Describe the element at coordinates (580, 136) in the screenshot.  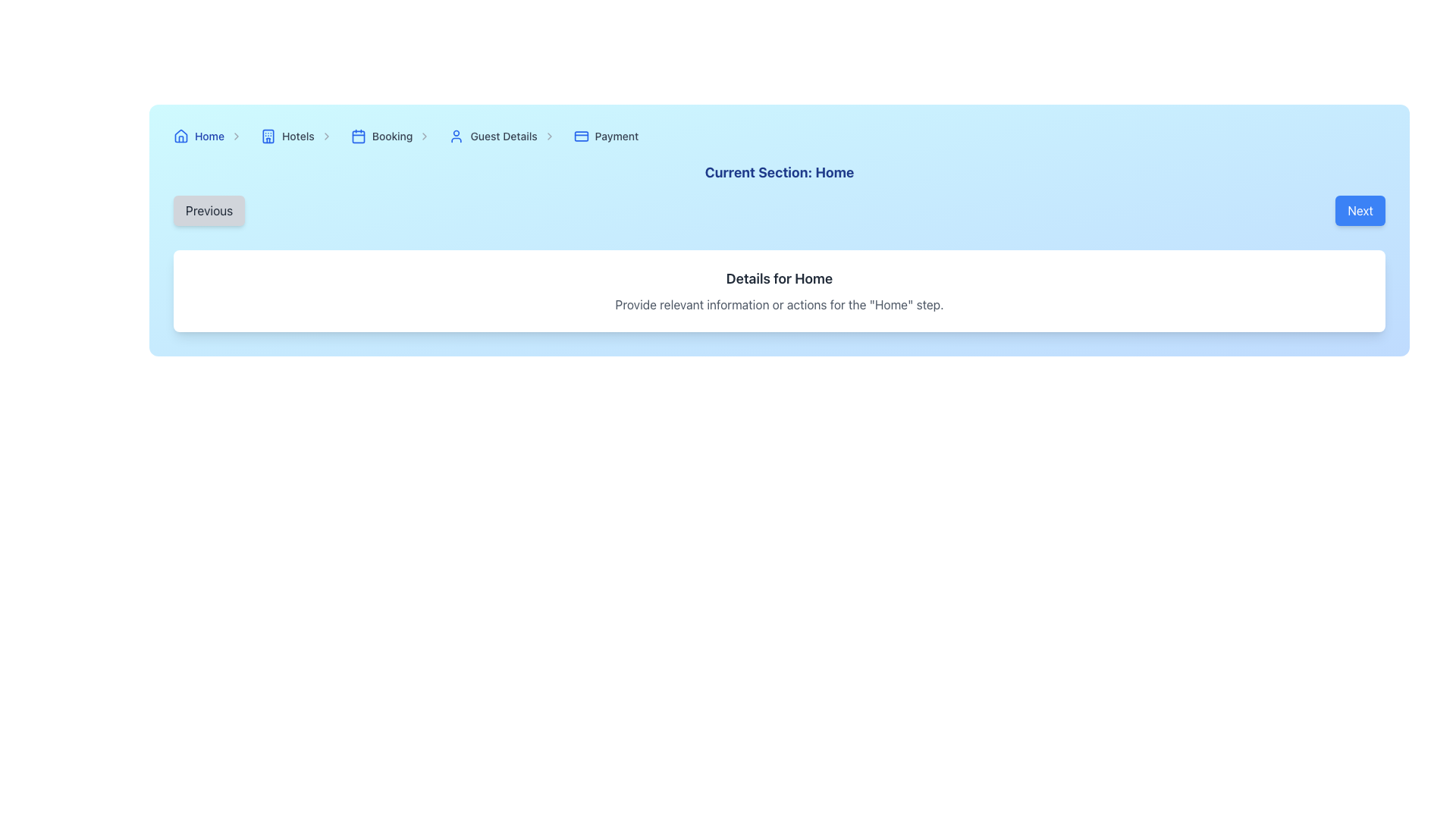
I see `credit card icon with blue styling located next to the 'Payment' text in the breadcrumb navigation bar` at that location.